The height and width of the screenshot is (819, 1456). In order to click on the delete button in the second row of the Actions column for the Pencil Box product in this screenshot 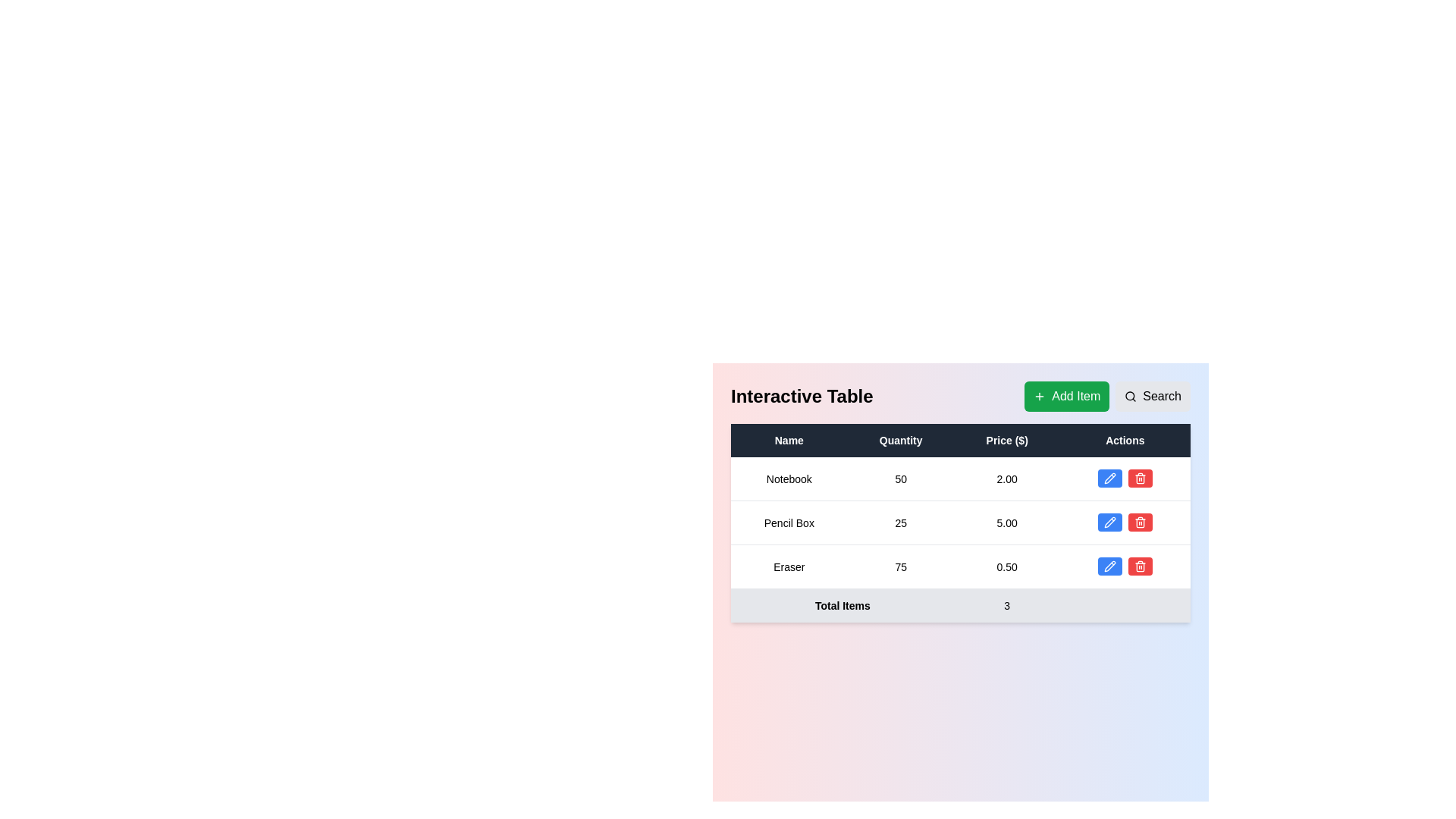, I will do `click(1140, 566)`.